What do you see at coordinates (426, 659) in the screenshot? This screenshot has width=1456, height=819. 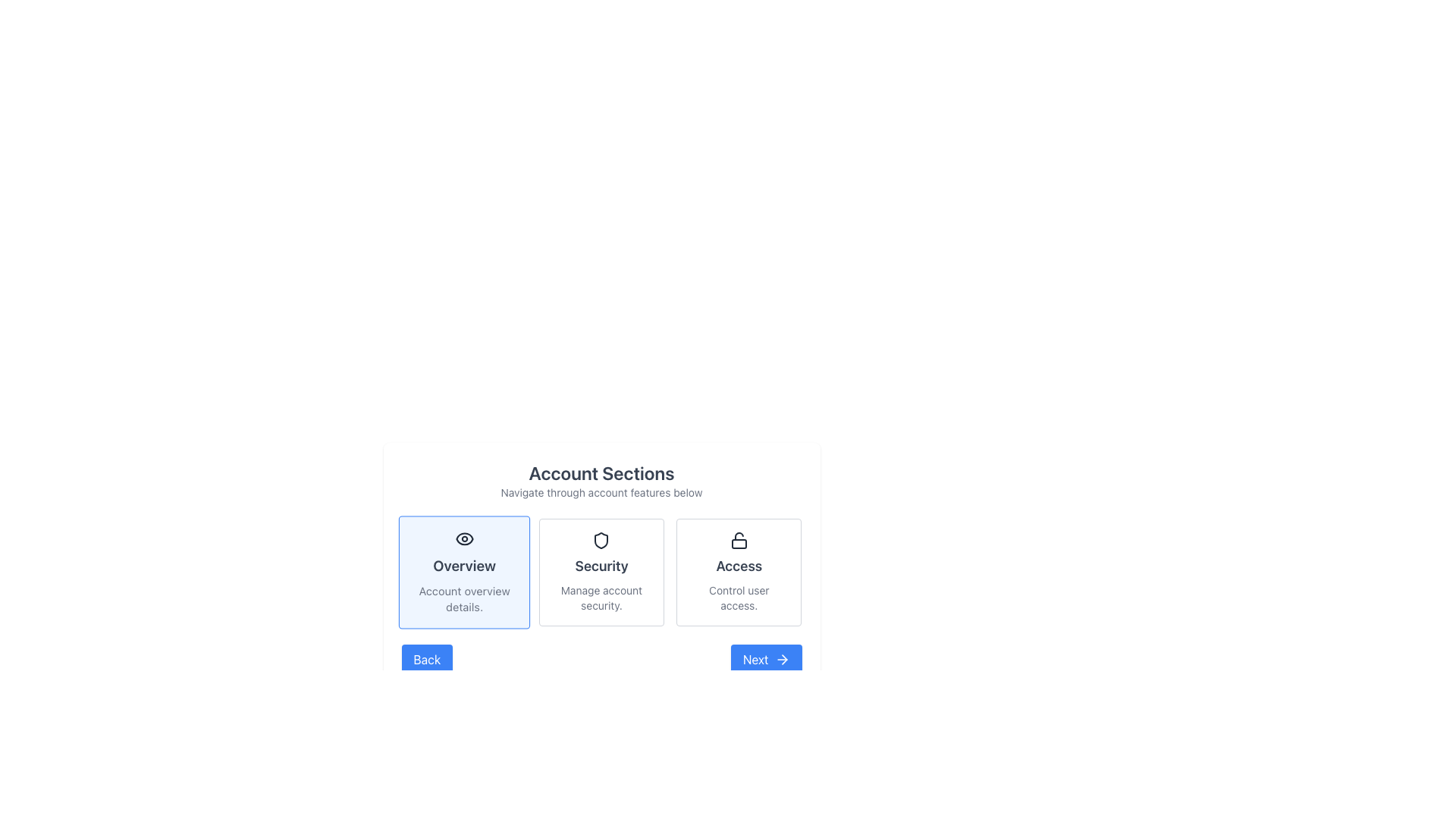 I see `the 'Back' button located in the bottom-left corner of the 'Account Sections' interface to observe the hover color change` at bounding box center [426, 659].